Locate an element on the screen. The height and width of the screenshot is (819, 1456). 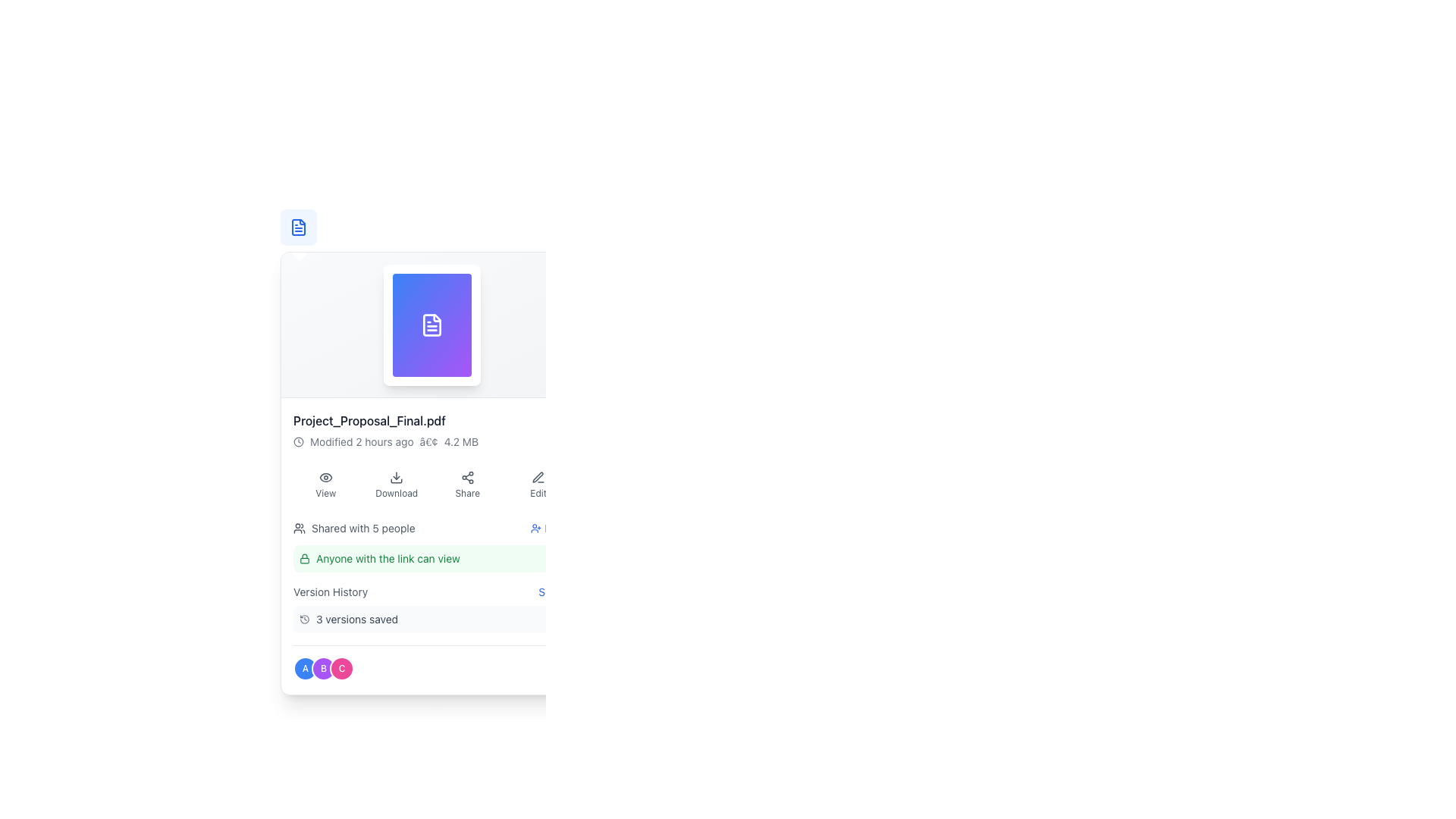
the circular badge labeled 'B', which serves as a visual identifier and is the middle badge in a group of three badges located at the bottom-left corner of the interface is located at coordinates (323, 668).